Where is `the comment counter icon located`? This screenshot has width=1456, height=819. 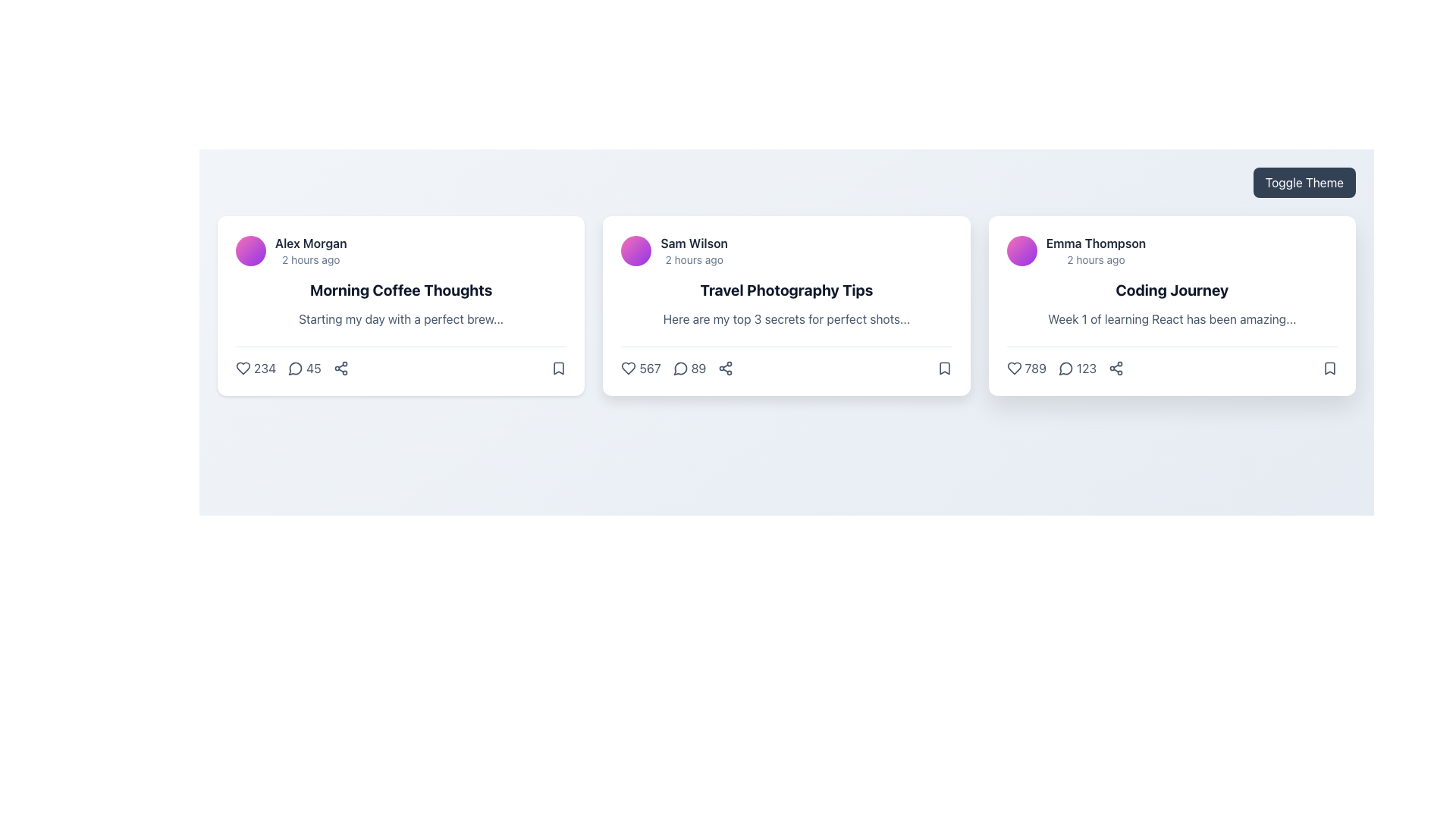
the comment counter icon located is located at coordinates (303, 369).